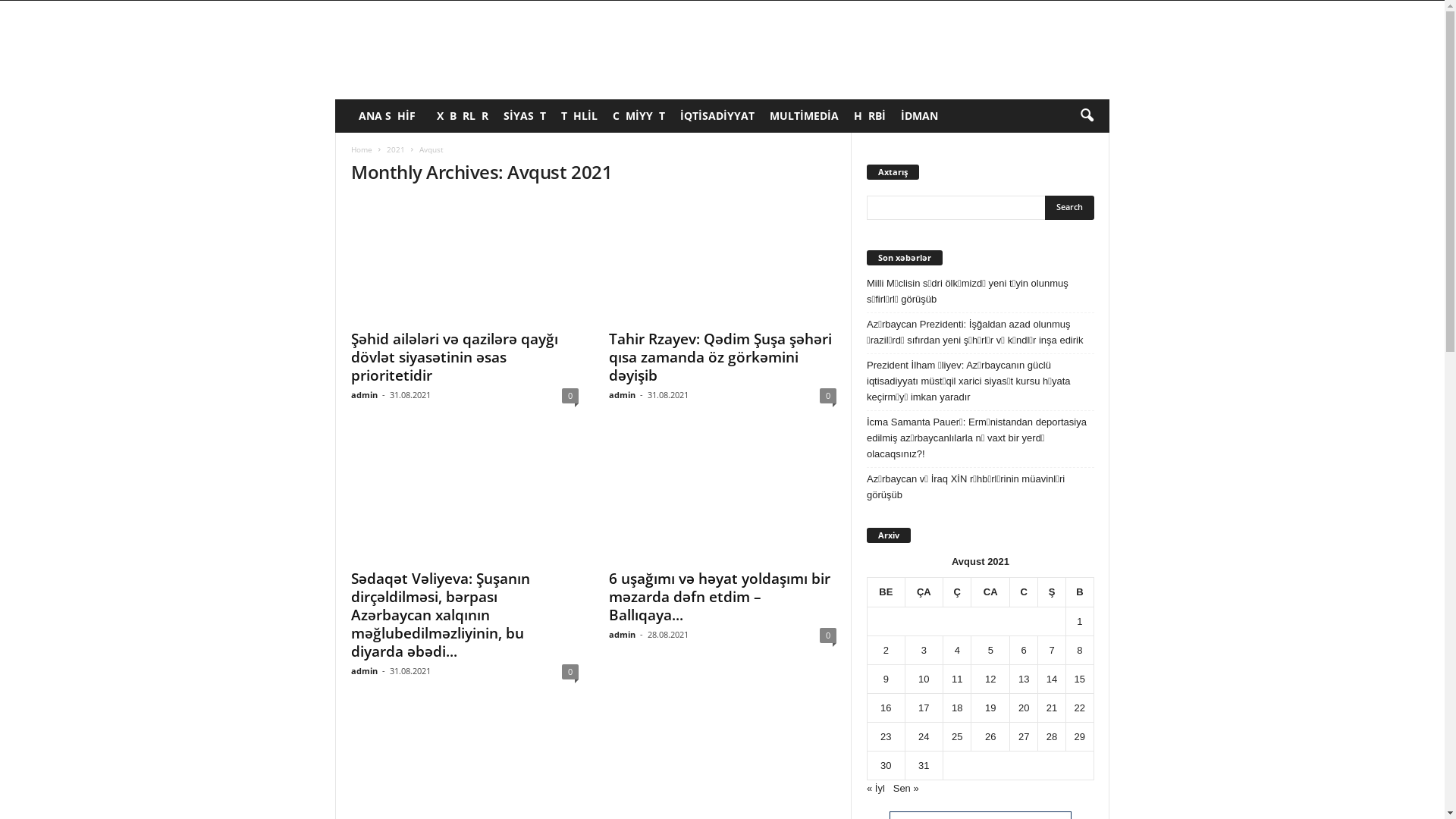 The image size is (1456, 819). Describe the element at coordinates (990, 649) in the screenshot. I see `'5'` at that location.